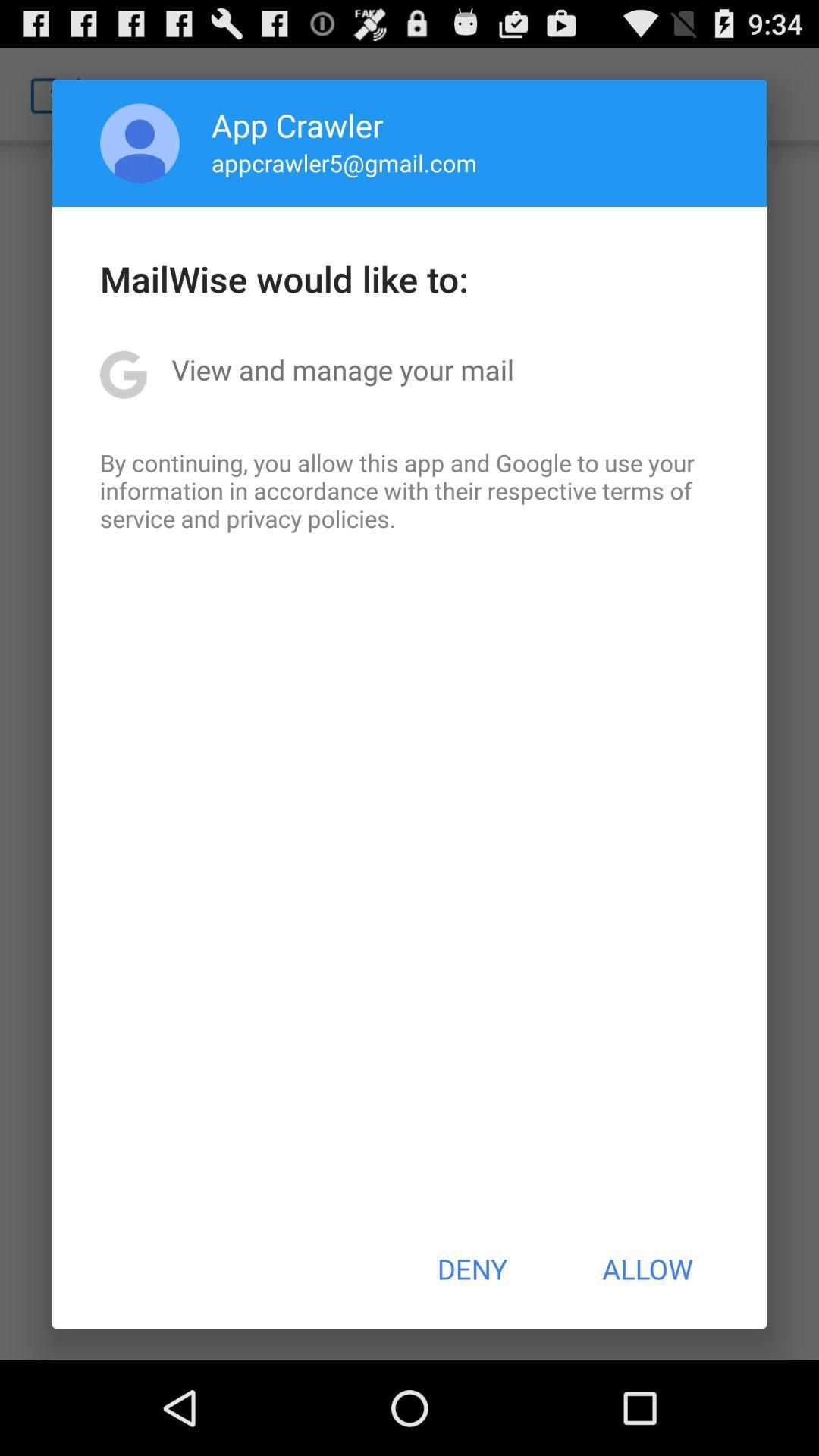  Describe the element at coordinates (344, 162) in the screenshot. I see `app above mailwise would like item` at that location.